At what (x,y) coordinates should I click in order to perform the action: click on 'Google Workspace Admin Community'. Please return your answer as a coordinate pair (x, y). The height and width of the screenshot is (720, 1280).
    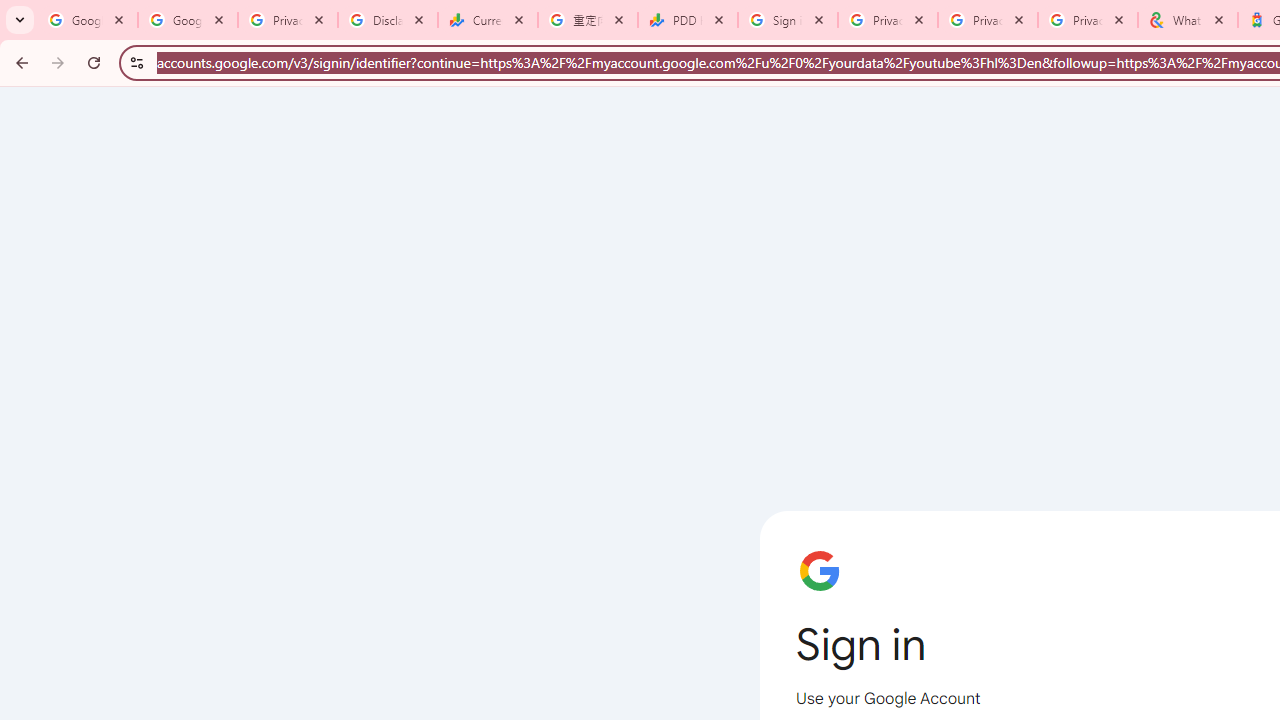
    Looking at the image, I should click on (86, 20).